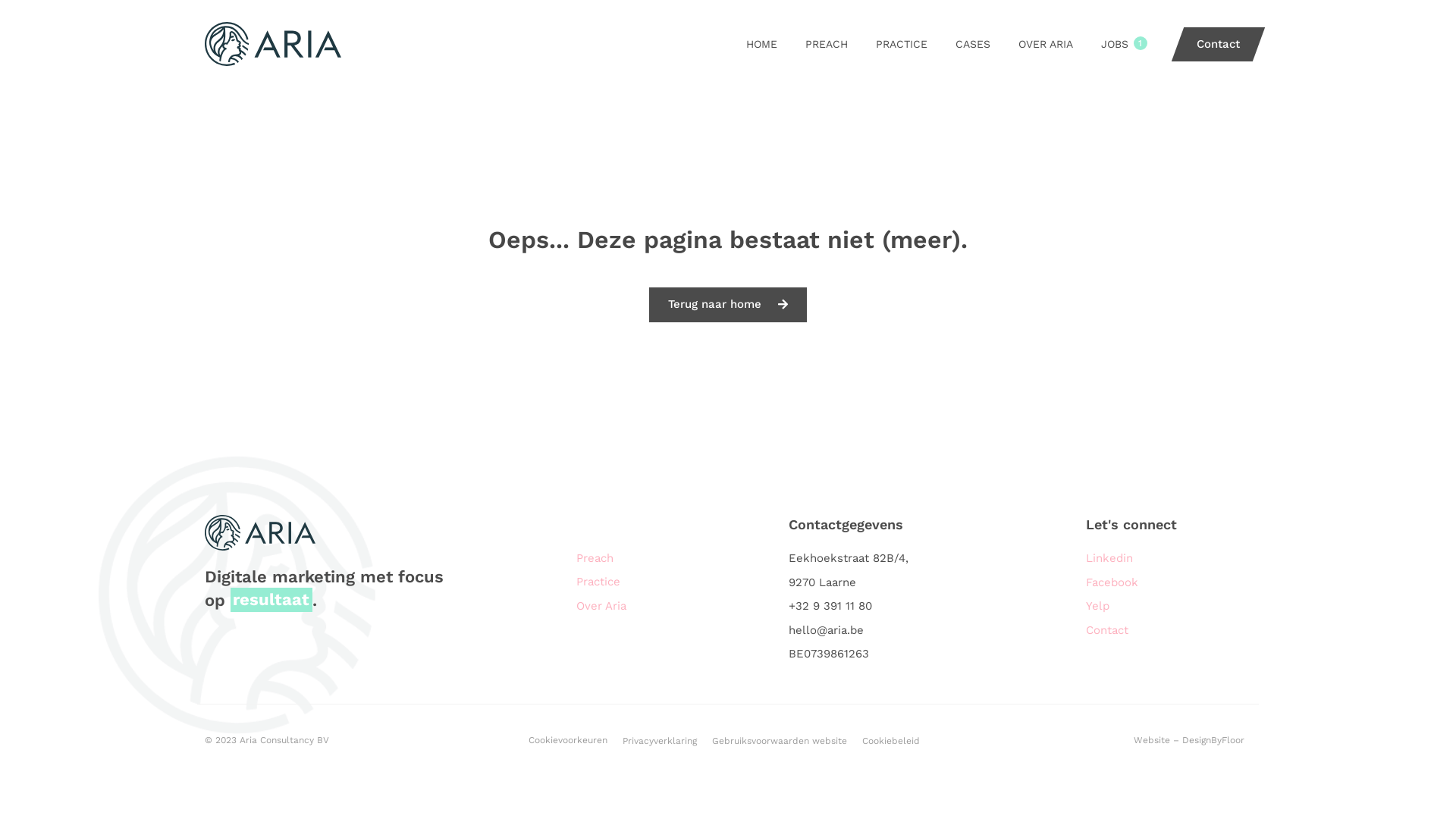 This screenshot has height=819, width=1456. I want to click on 'Gebruiksvoorwaarden website', so click(711, 739).